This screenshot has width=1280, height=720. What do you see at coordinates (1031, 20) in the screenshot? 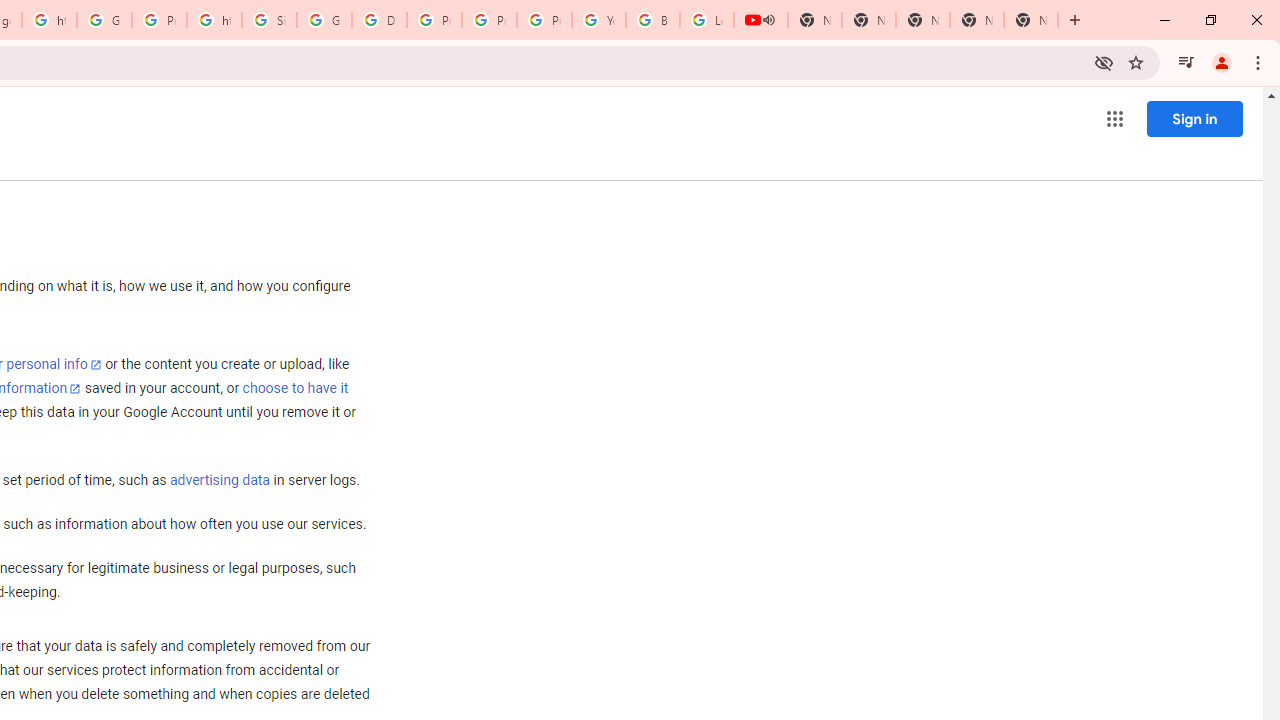
I see `'New Tab'` at bounding box center [1031, 20].